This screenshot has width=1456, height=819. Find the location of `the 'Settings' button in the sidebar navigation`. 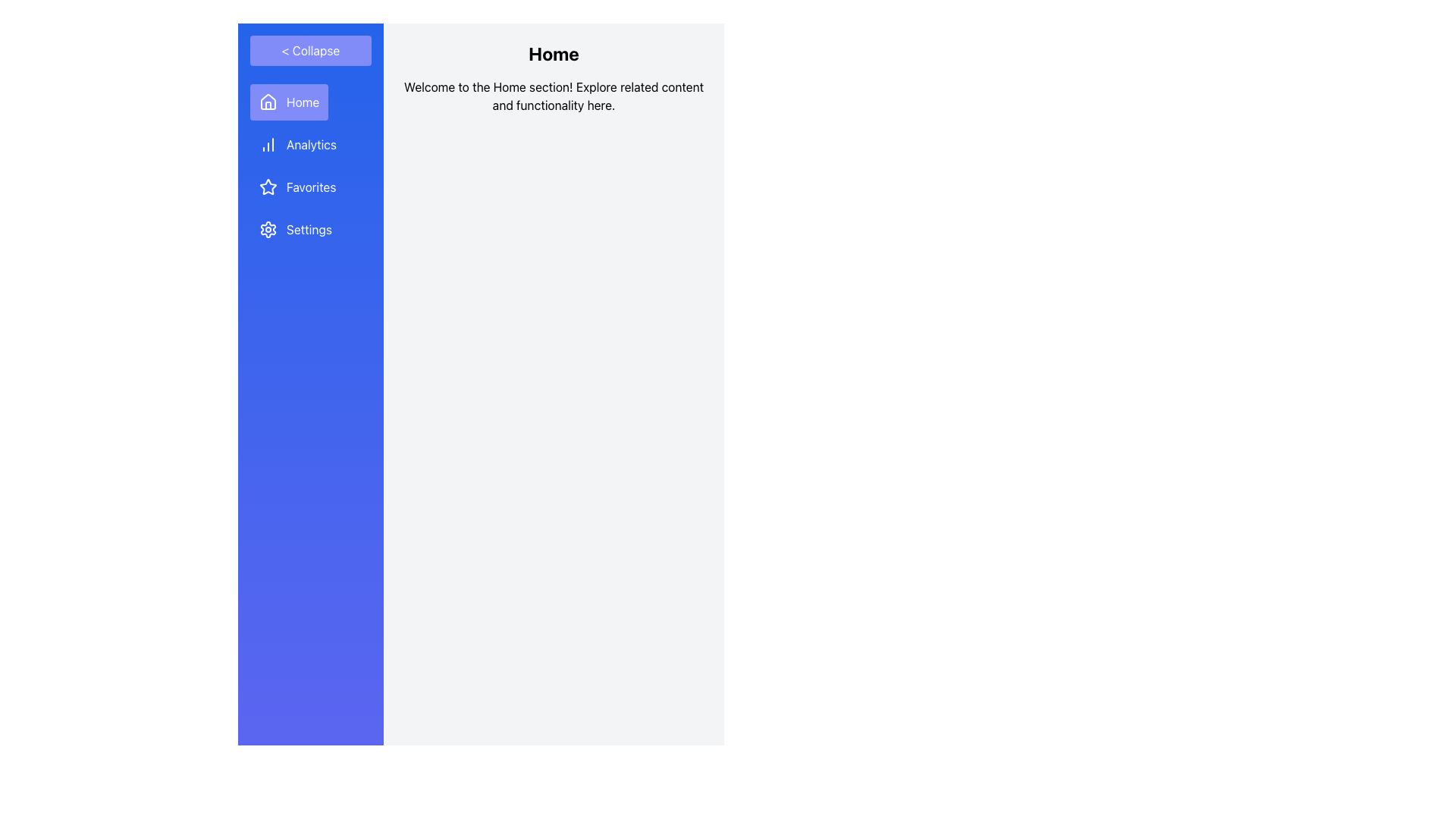

the 'Settings' button in the sidebar navigation is located at coordinates (295, 230).